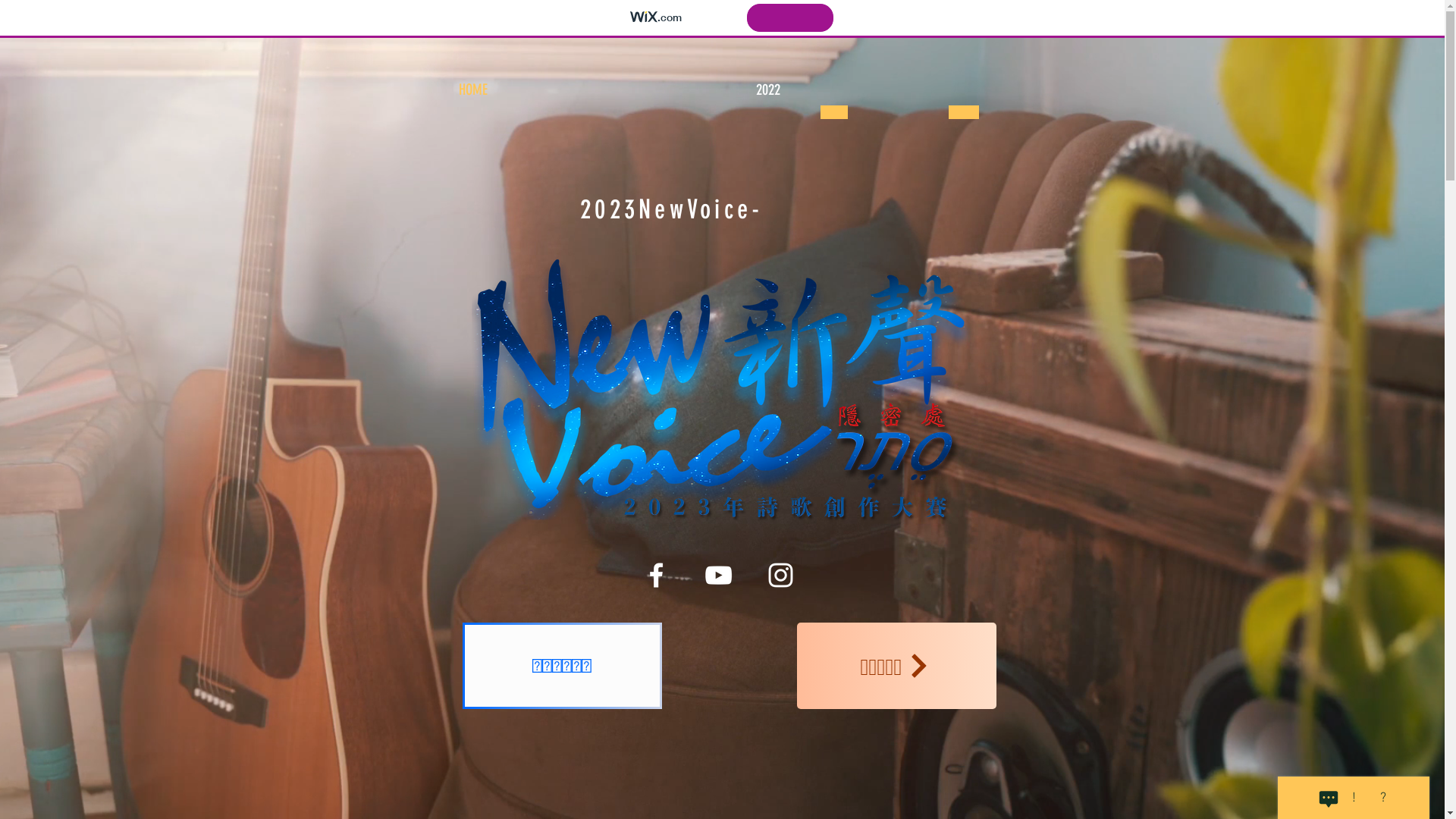 This screenshot has width=1456, height=819. What do you see at coordinates (472, 89) in the screenshot?
I see `'HOME'` at bounding box center [472, 89].